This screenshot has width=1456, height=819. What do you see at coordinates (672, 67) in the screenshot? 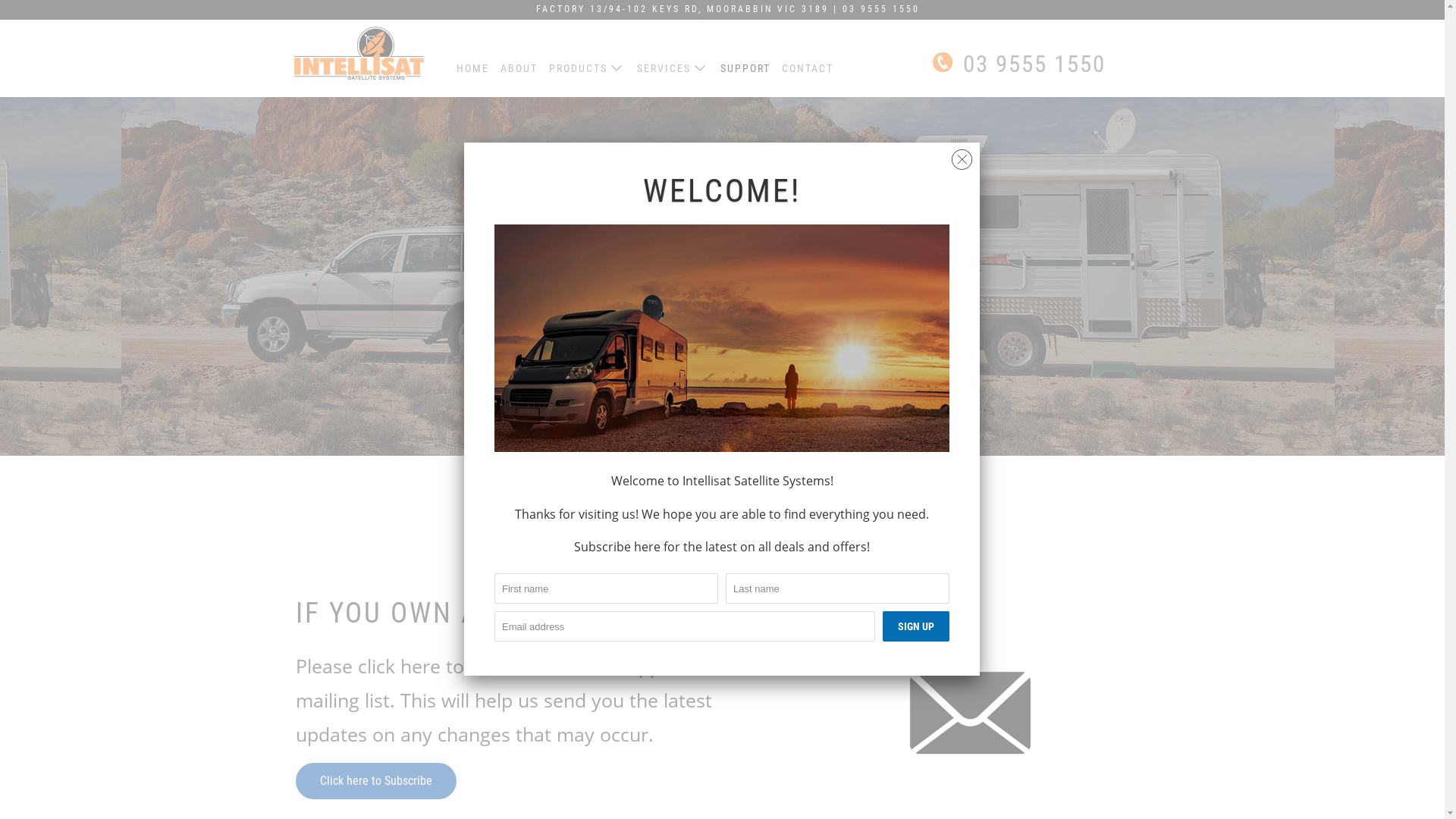
I see `'SERVICES'` at bounding box center [672, 67].